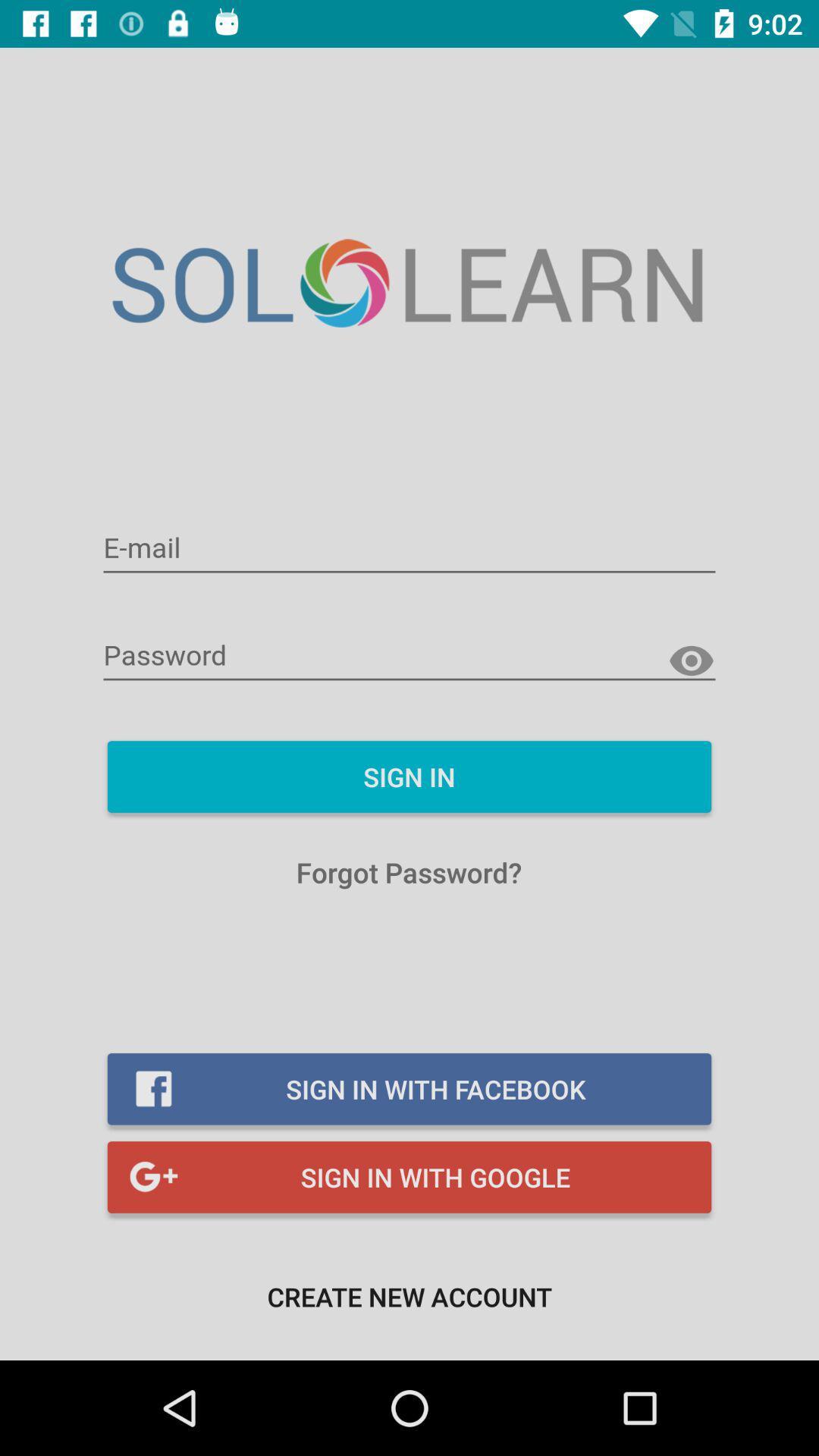 The height and width of the screenshot is (1456, 819). Describe the element at coordinates (409, 548) in the screenshot. I see `because back devicer` at that location.